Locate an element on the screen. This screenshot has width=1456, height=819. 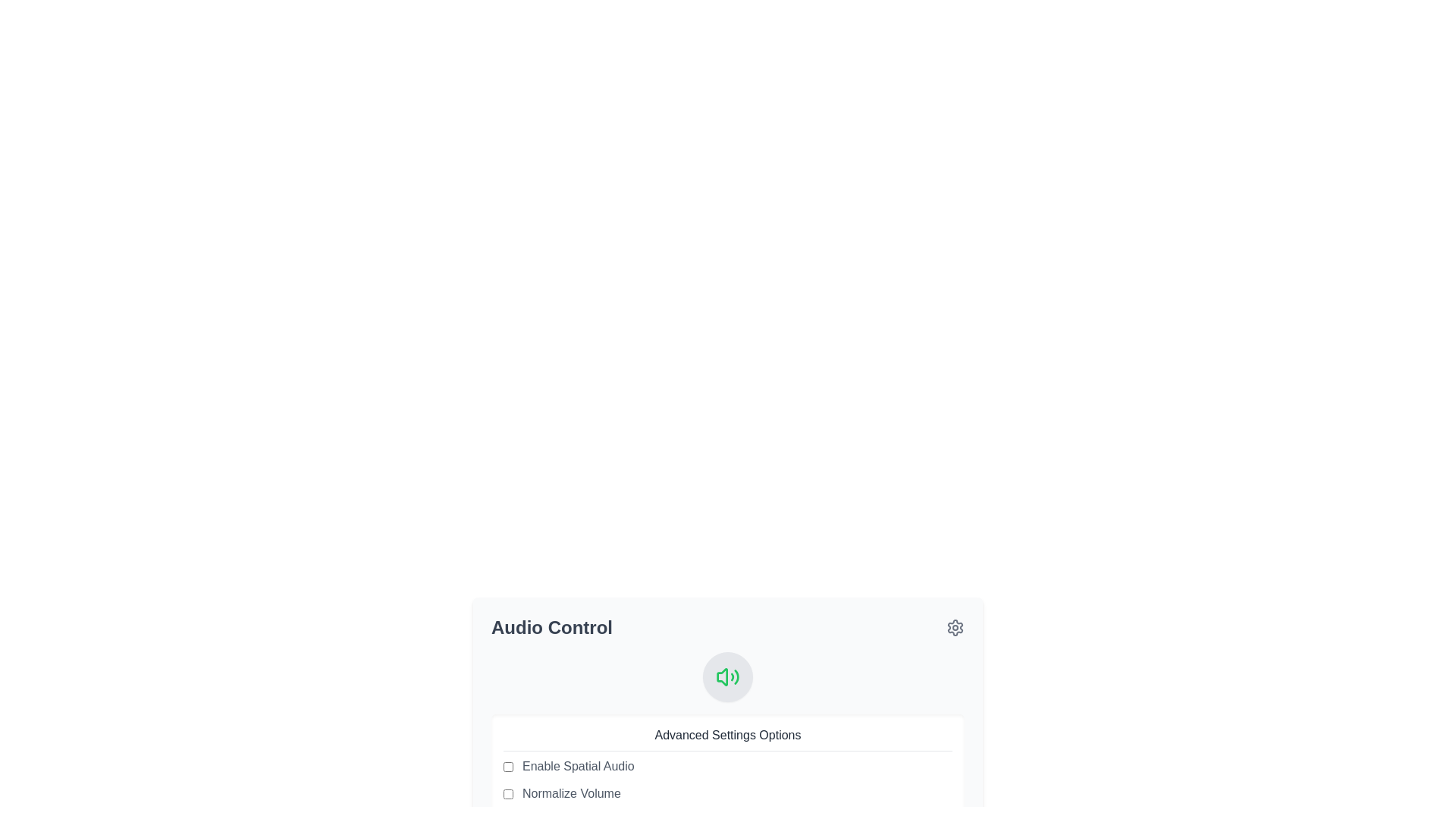
the checkbox labeled for toggling the spatial audio feature located near the top of the audio settings options list is located at coordinates (728, 766).